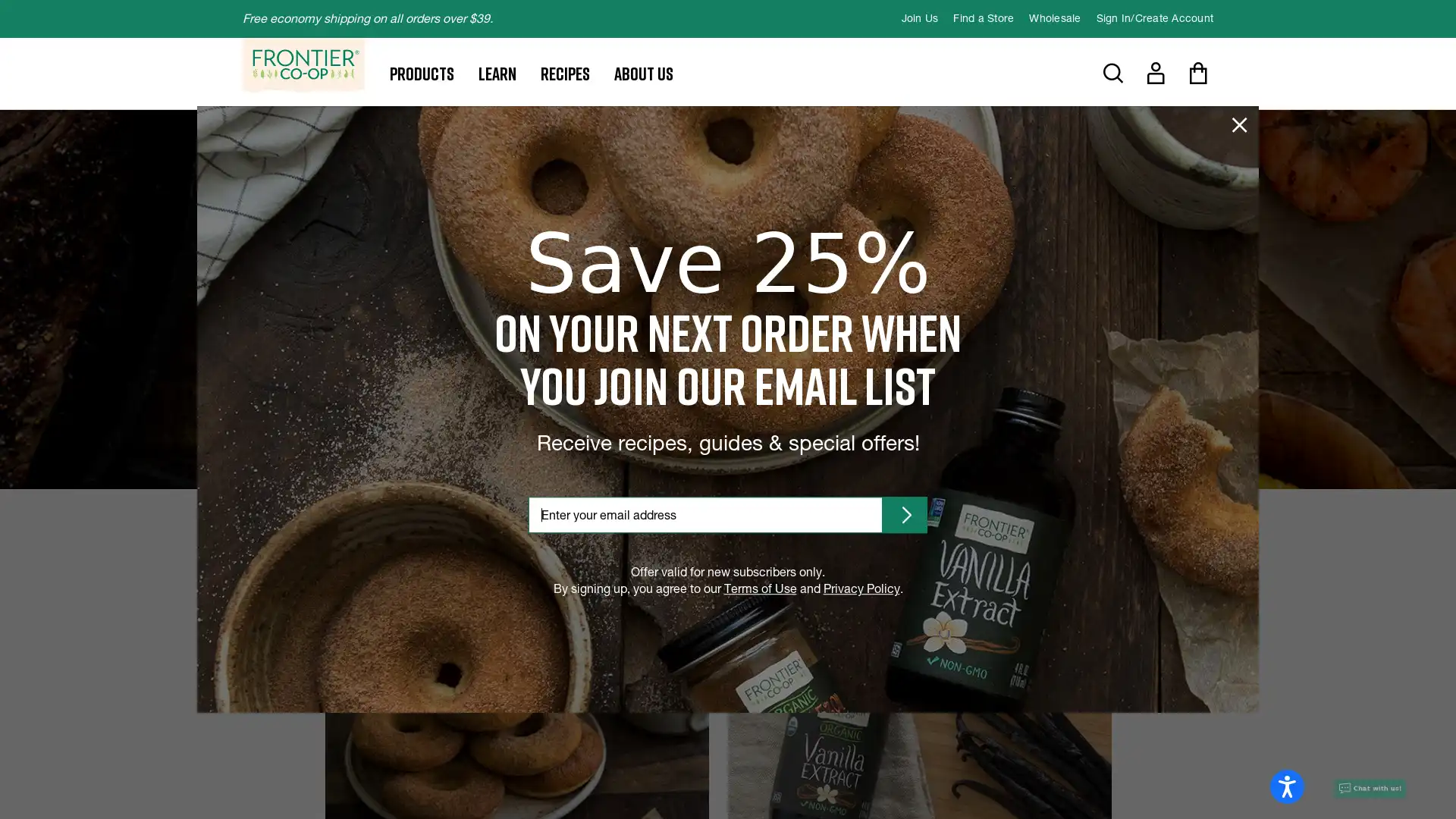 Image resolution: width=1456 pixels, height=819 pixels. Describe the element at coordinates (1286, 786) in the screenshot. I see `Open accessibility options, statement and help` at that location.